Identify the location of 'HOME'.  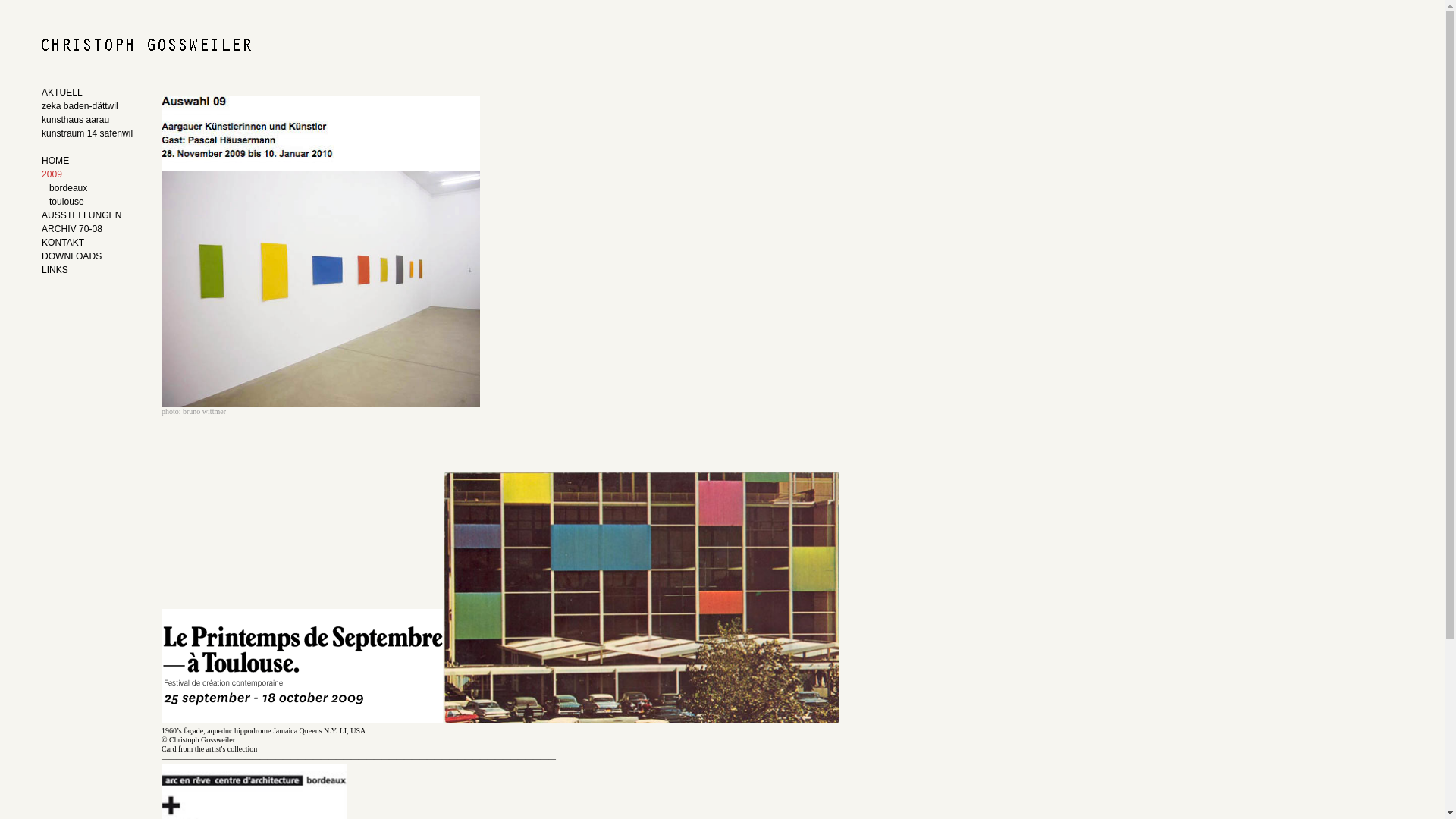
(88, 162).